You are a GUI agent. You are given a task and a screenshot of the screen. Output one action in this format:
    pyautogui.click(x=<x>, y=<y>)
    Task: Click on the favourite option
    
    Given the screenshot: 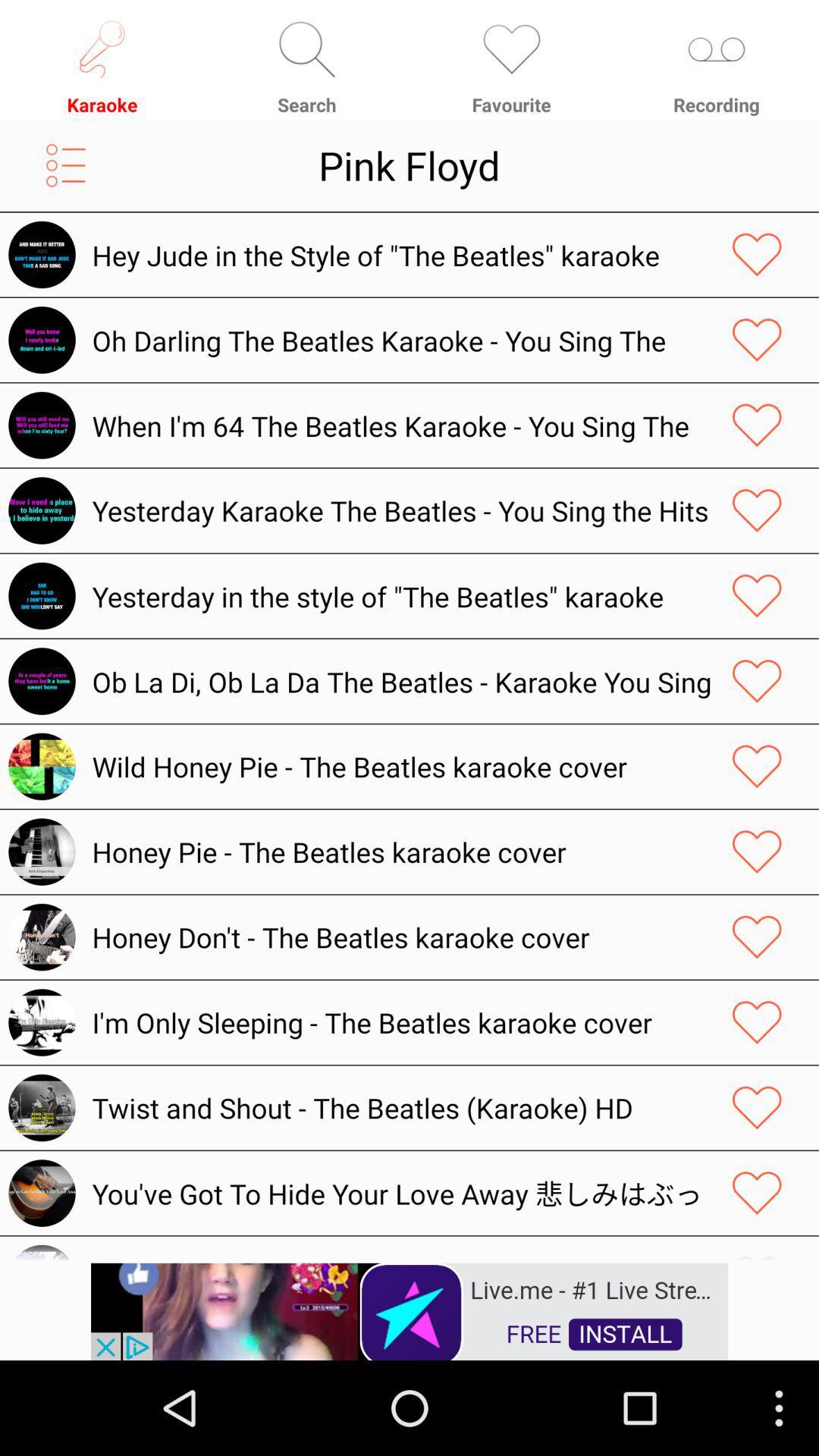 What is the action you would take?
    pyautogui.click(x=757, y=510)
    